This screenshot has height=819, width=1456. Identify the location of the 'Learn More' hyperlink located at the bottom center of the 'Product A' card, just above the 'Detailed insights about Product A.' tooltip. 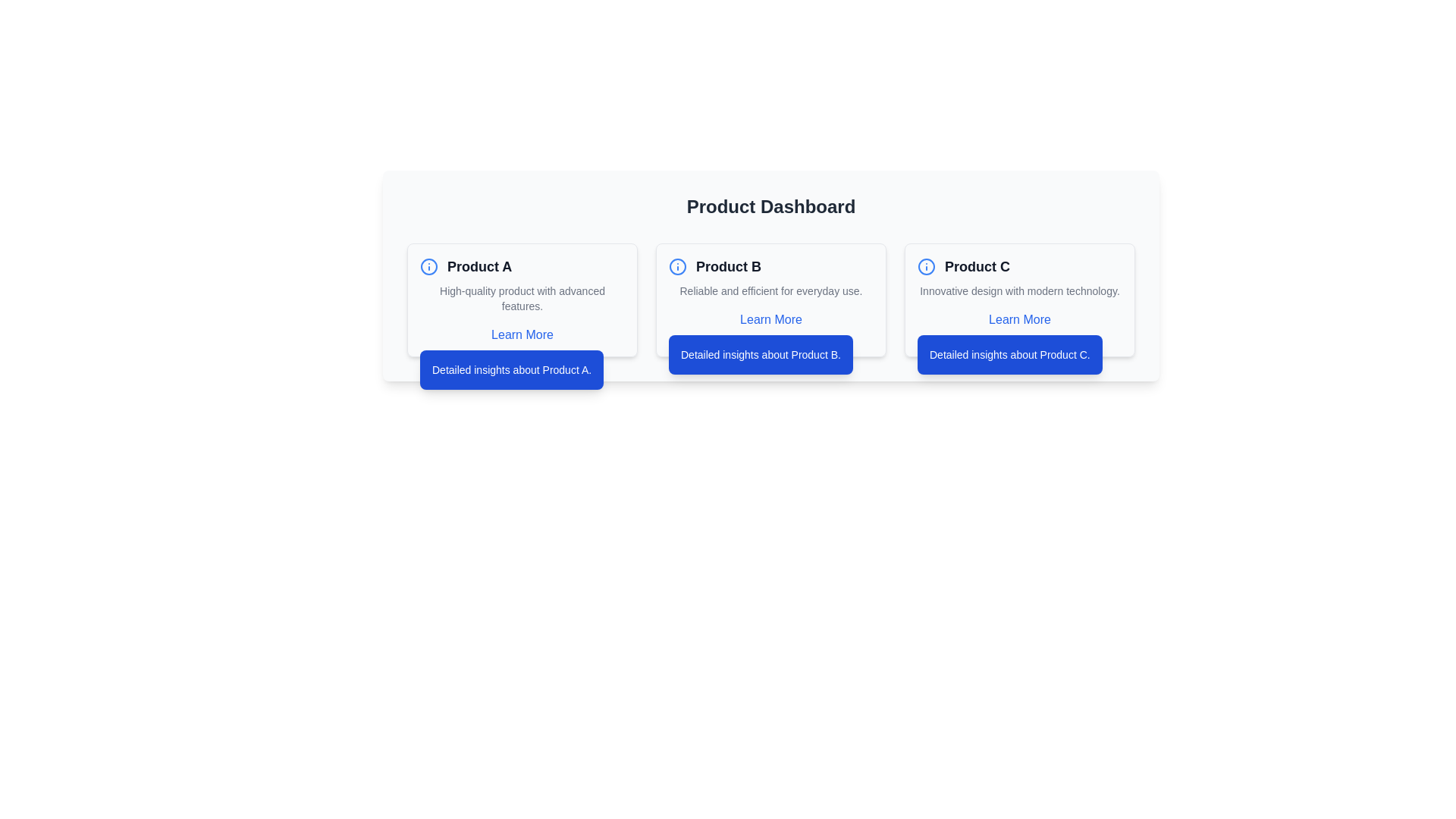
(522, 334).